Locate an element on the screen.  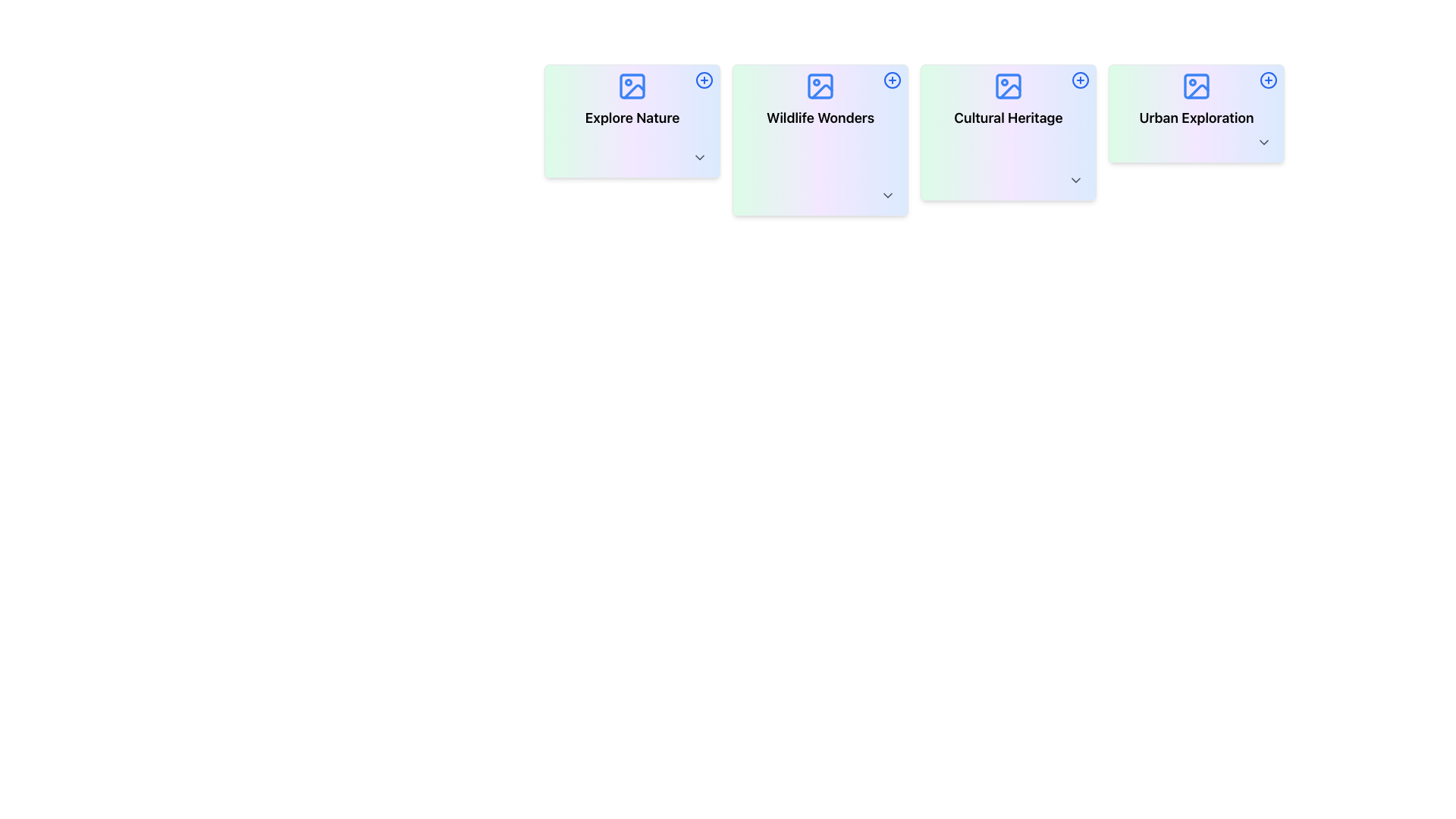
Decorative SVG shape located in the top-left corner of the icon depicting a picture frame within the 'Cultural Heritage' card, which is the third card from the left is located at coordinates (1008, 86).